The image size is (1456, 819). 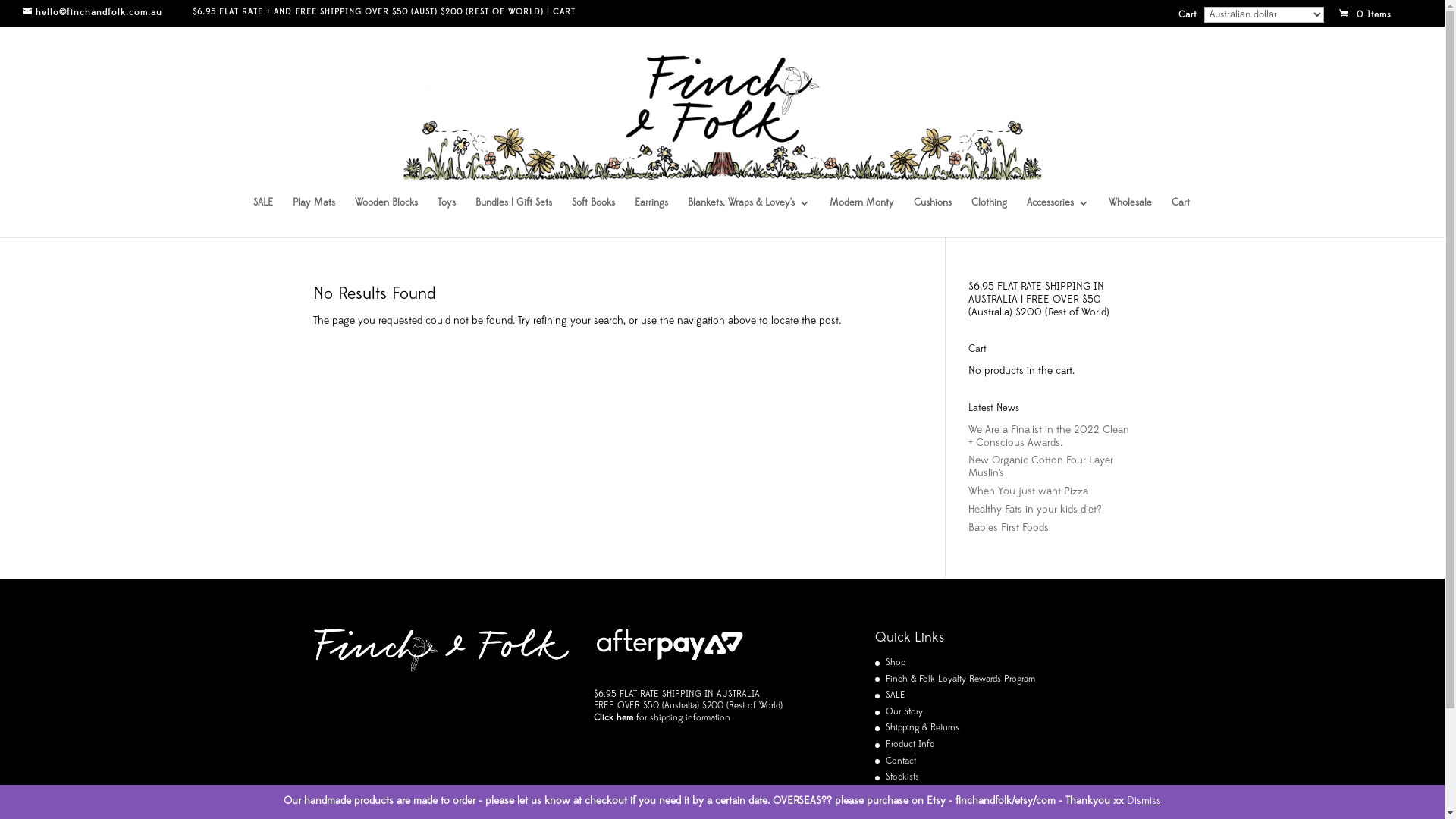 What do you see at coordinates (885, 678) in the screenshot?
I see `'Finch & Folk Loyalty Rewards Program'` at bounding box center [885, 678].